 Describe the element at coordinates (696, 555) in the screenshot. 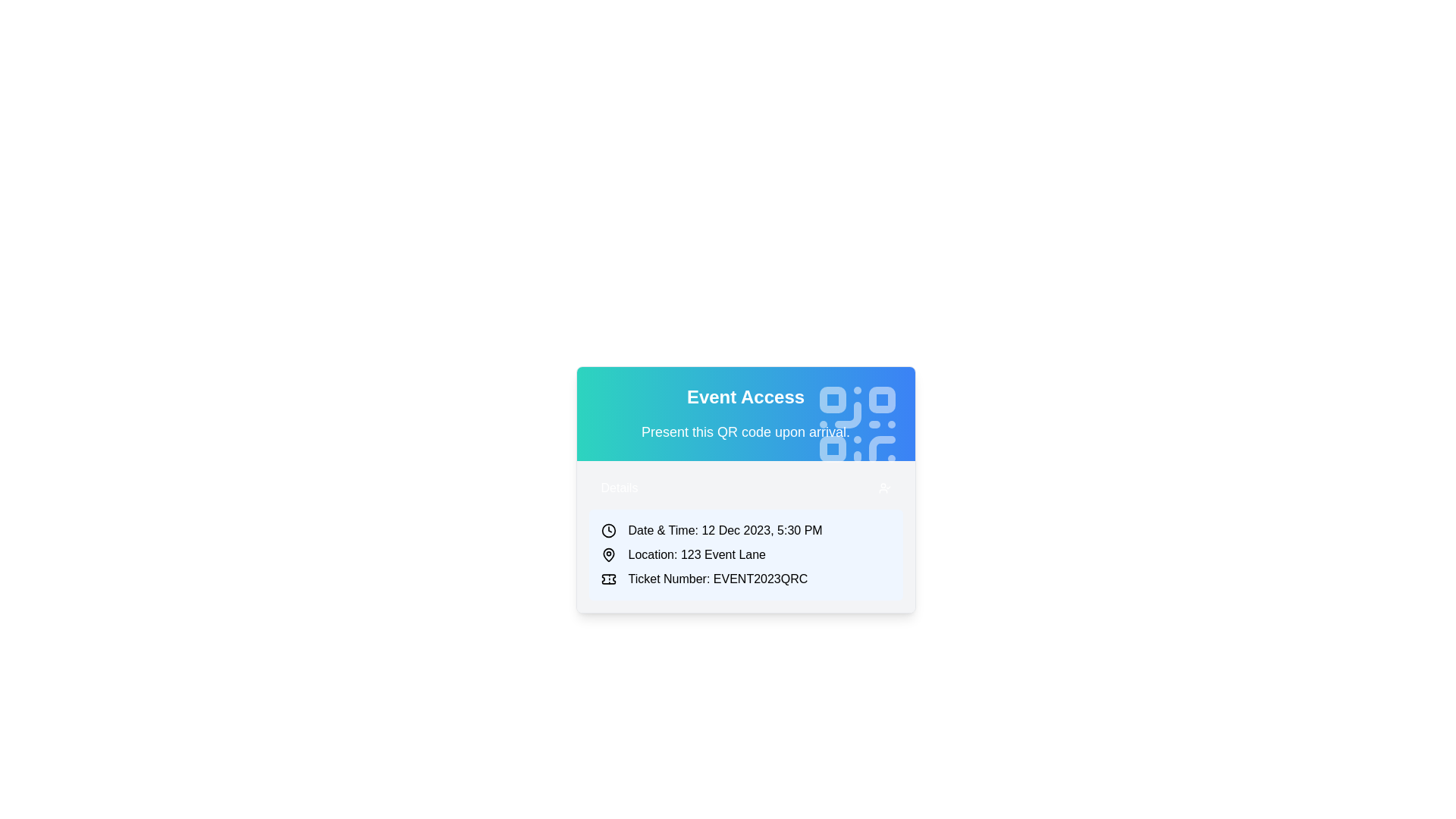

I see `text displayed in the second informational row of the card, which shows the location address for the event, positioned next to a location icon` at that location.